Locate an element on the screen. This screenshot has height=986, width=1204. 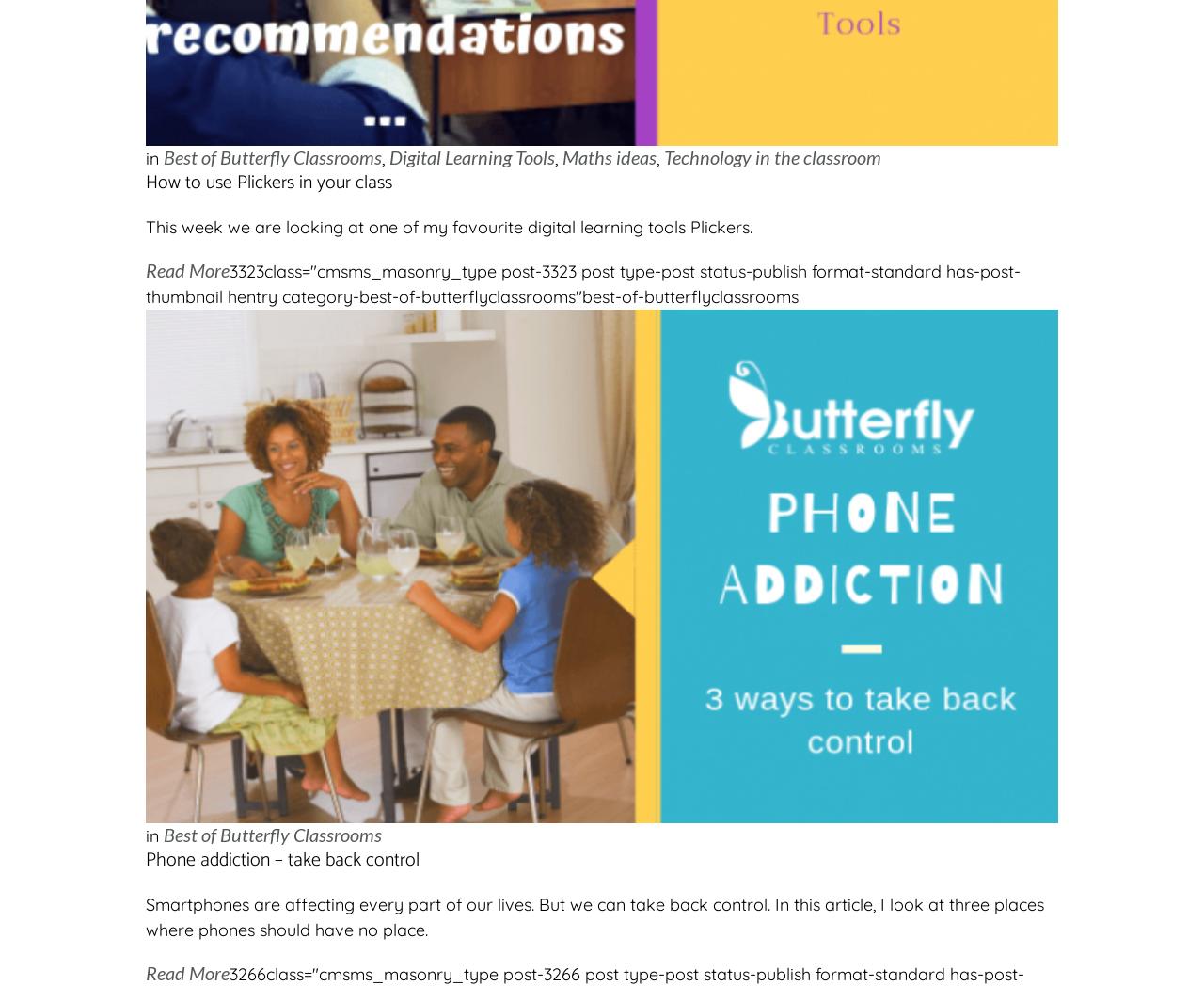
'3323class="cmsms_masonry_type post-3323 post type-post status-publish format-standard has-post-thumbnail hentry category-best-of-butterflyclassrooms"best-of-butterflyclassrooms' is located at coordinates (582, 283).